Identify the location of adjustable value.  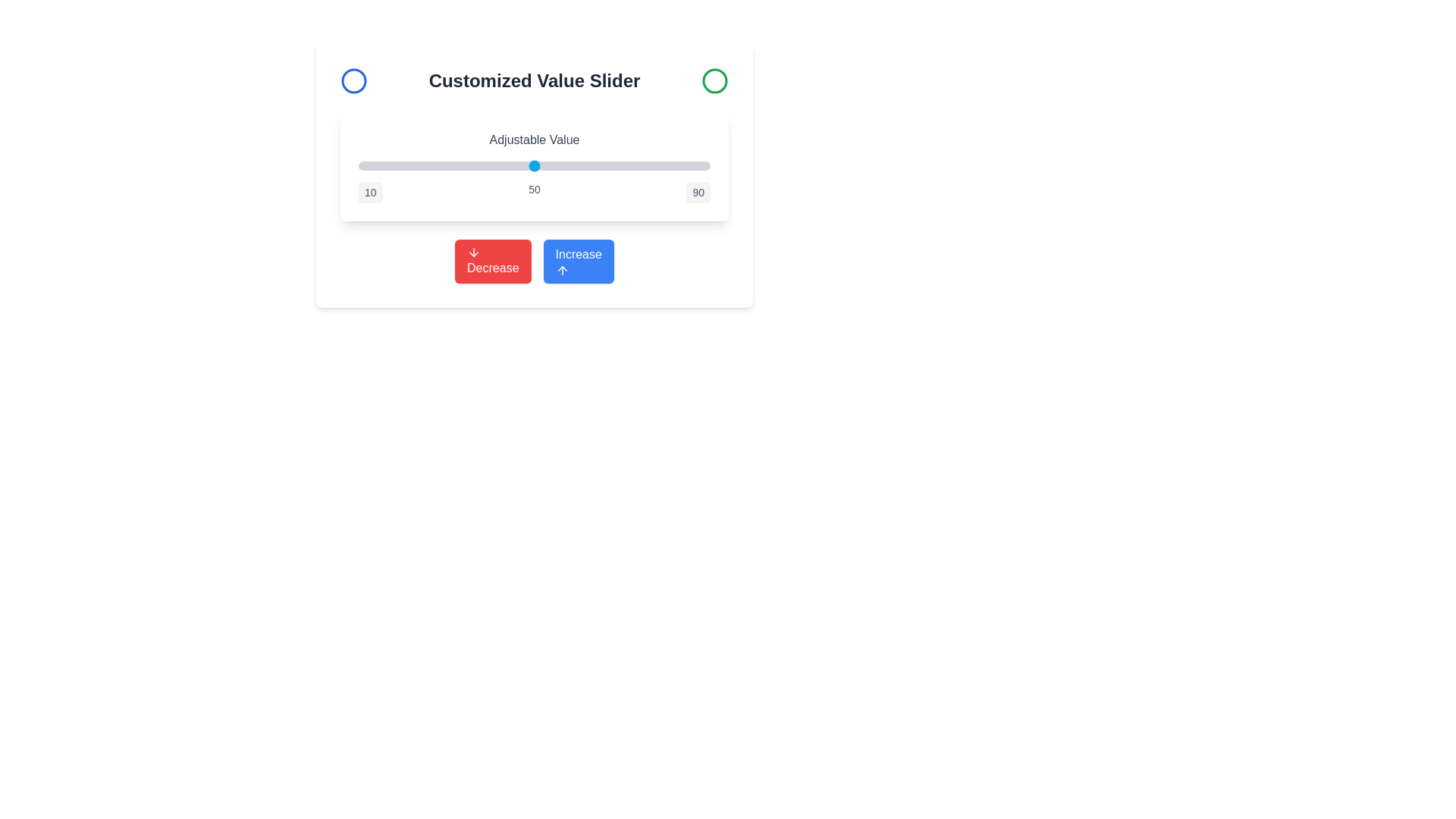
(679, 166).